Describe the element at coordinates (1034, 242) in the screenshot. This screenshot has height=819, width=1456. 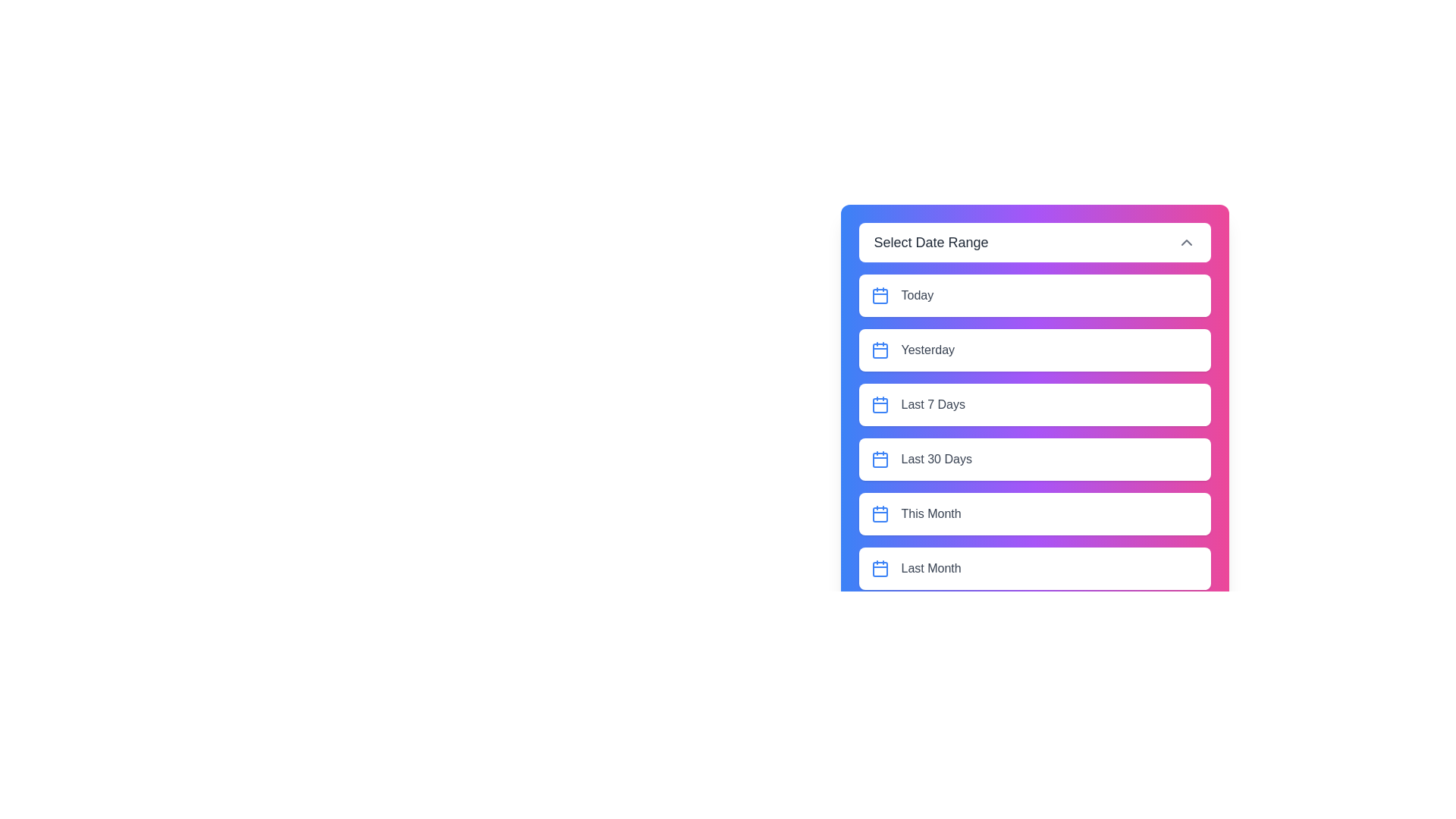
I see `the dropdown button to toggle the menu visibility` at that location.